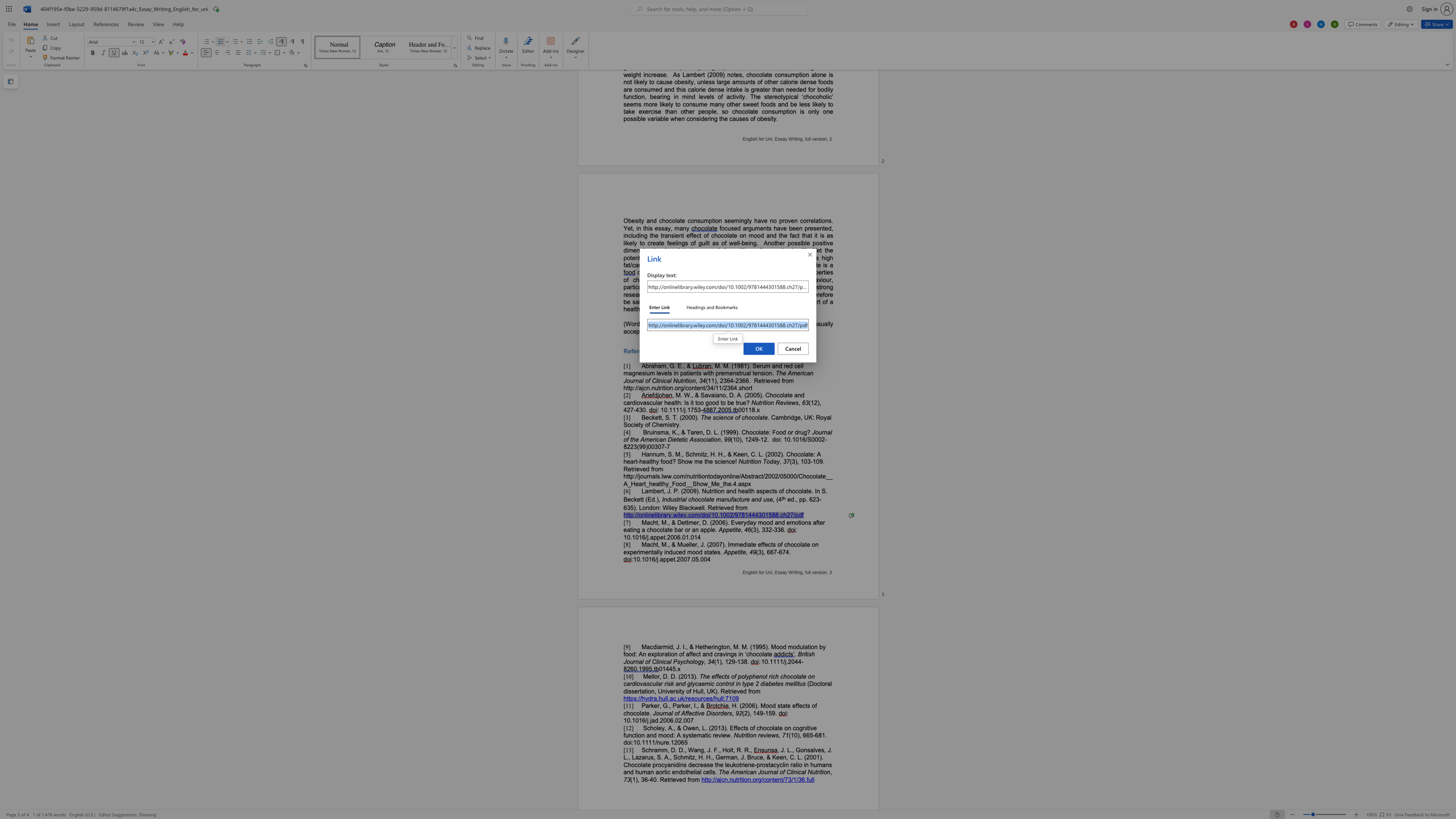  I want to click on the 1th character "M" in the text, so click(762, 705).